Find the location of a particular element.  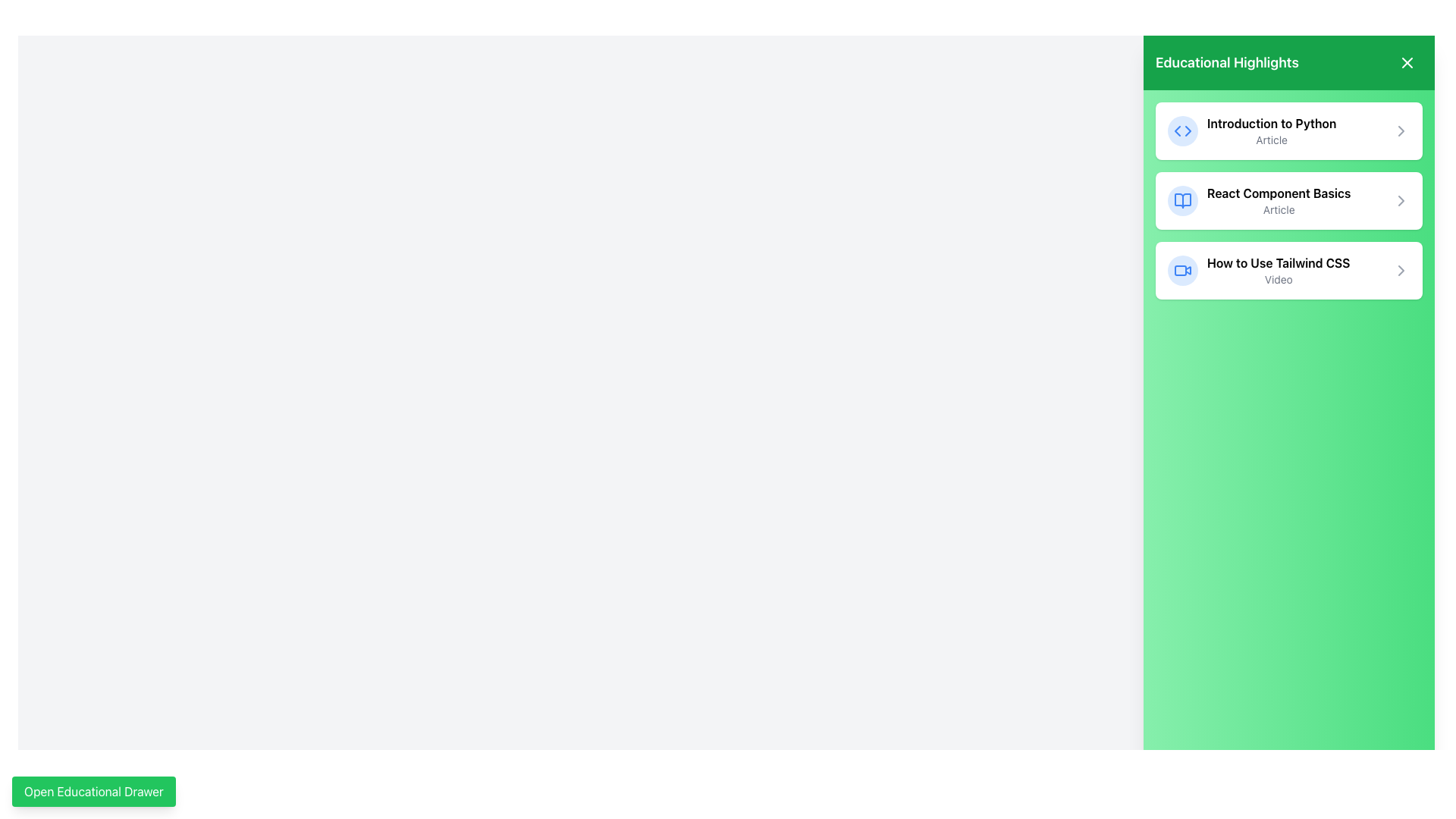

the right-facing arrow icon located at the right margin of the 'How to Use Tailwind CSS' card in the 'Educational Highlights' section is located at coordinates (1401, 270).